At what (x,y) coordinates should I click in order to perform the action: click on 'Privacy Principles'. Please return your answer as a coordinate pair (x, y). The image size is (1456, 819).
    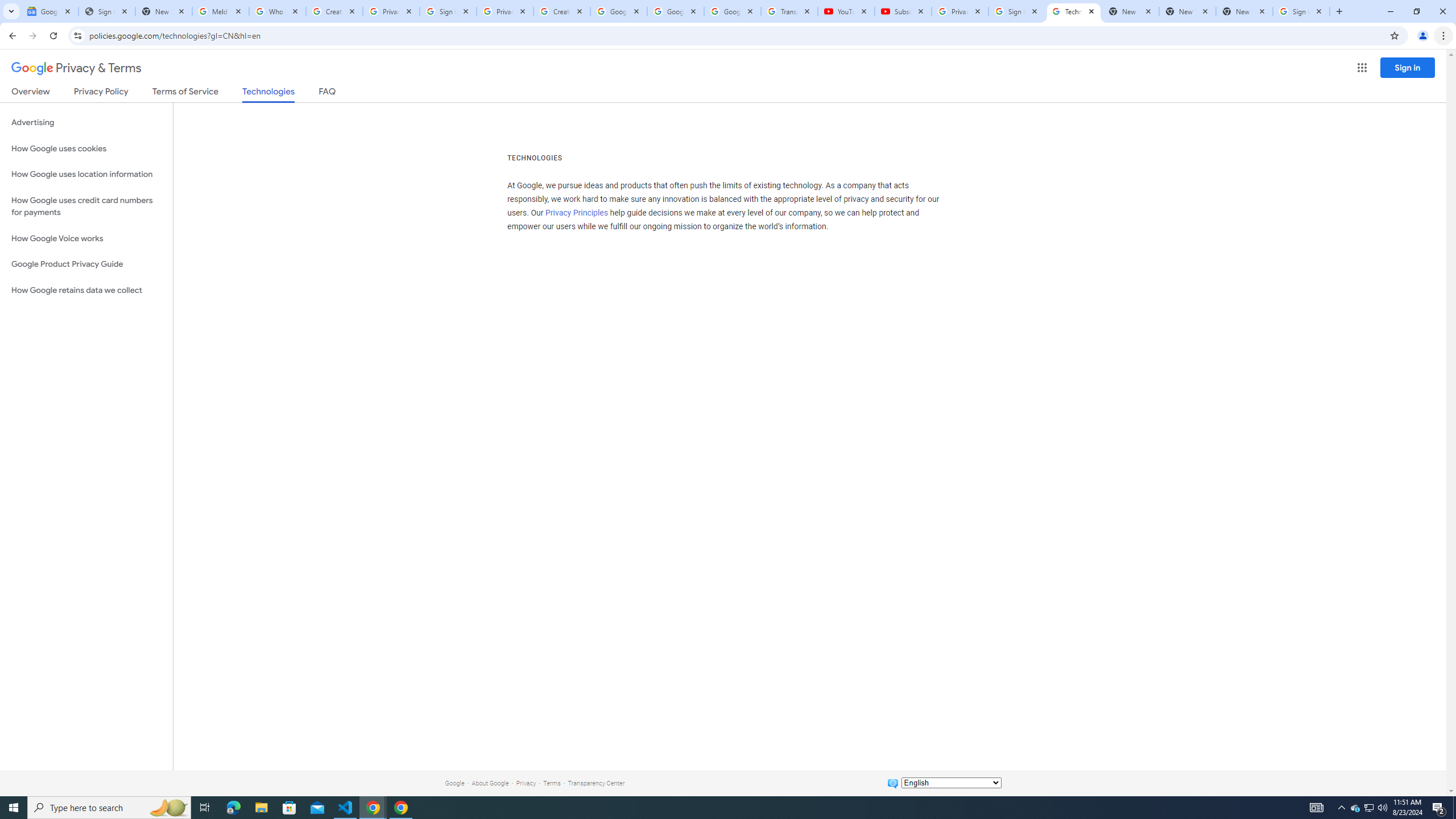
    Looking at the image, I should click on (577, 213).